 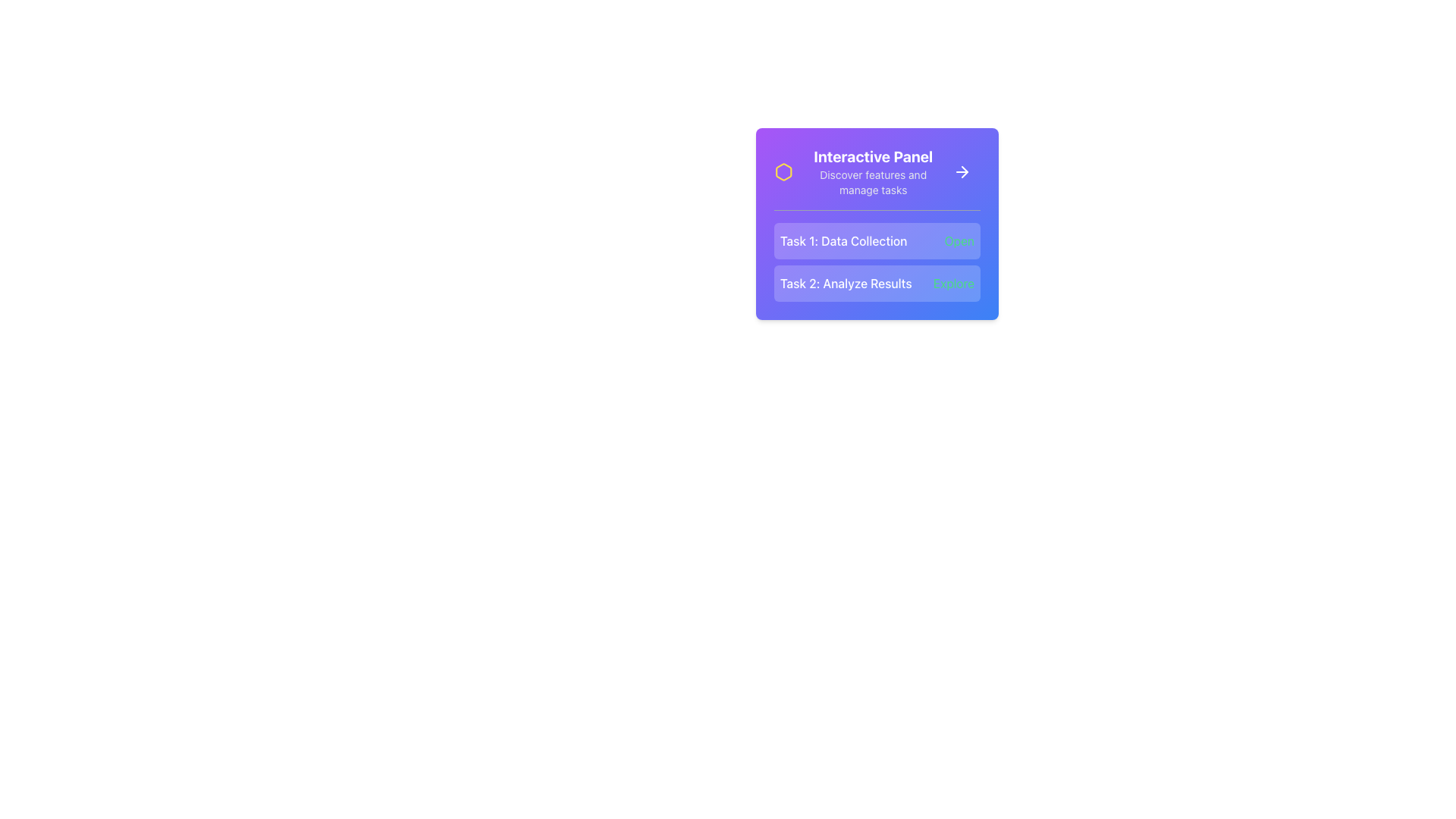 I want to click on the icon button located in the top-right corner of the interactive panel, adjacent to the text 'Interactive Panel', which serves as a navigation button, so click(x=961, y=171).